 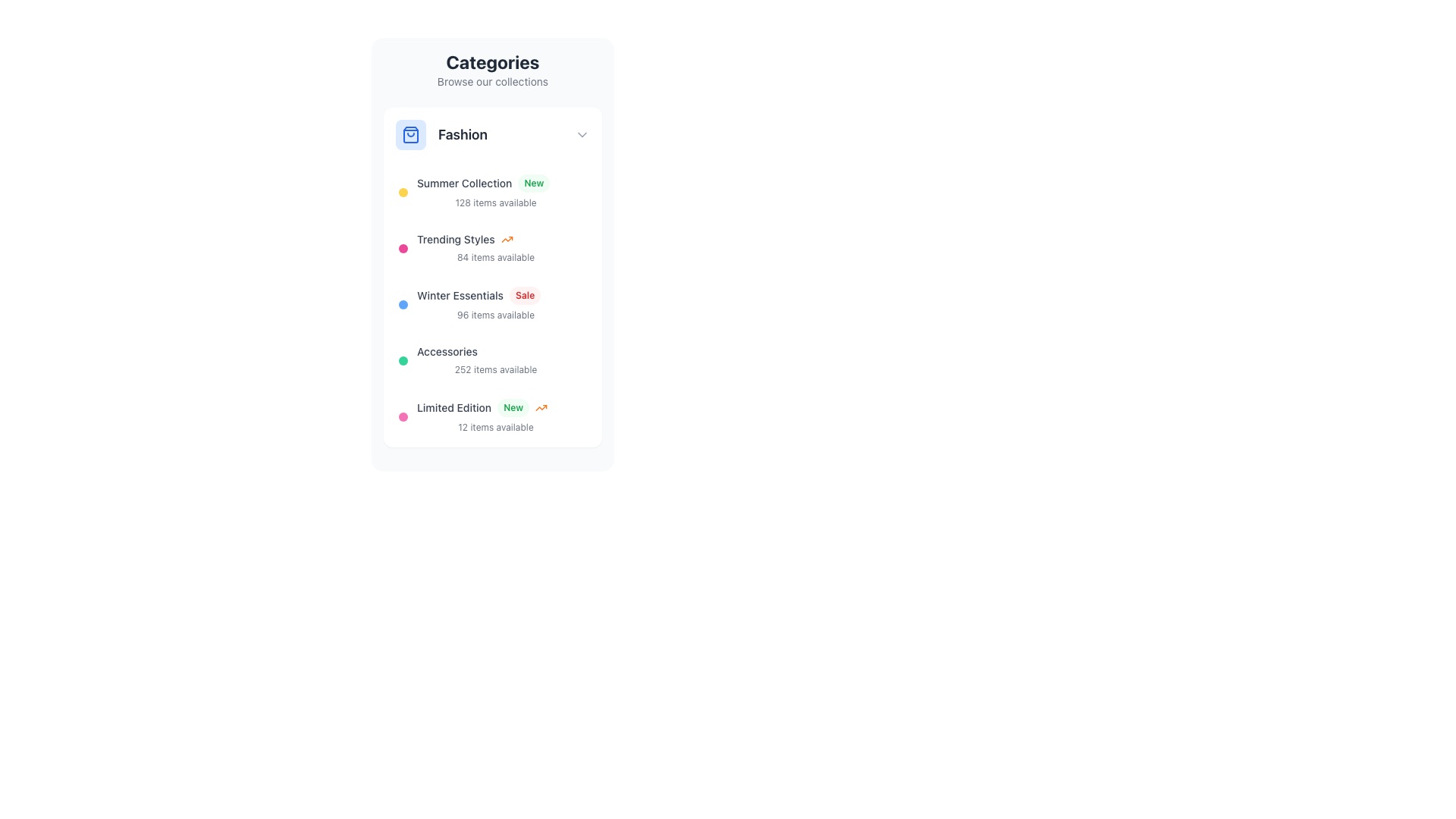 I want to click on the 'Accessories' category text block, which displays 'Accessories' in gray and '252 items available' below it, located in the fourth list item under the 'Fashion' category, so click(x=495, y=360).